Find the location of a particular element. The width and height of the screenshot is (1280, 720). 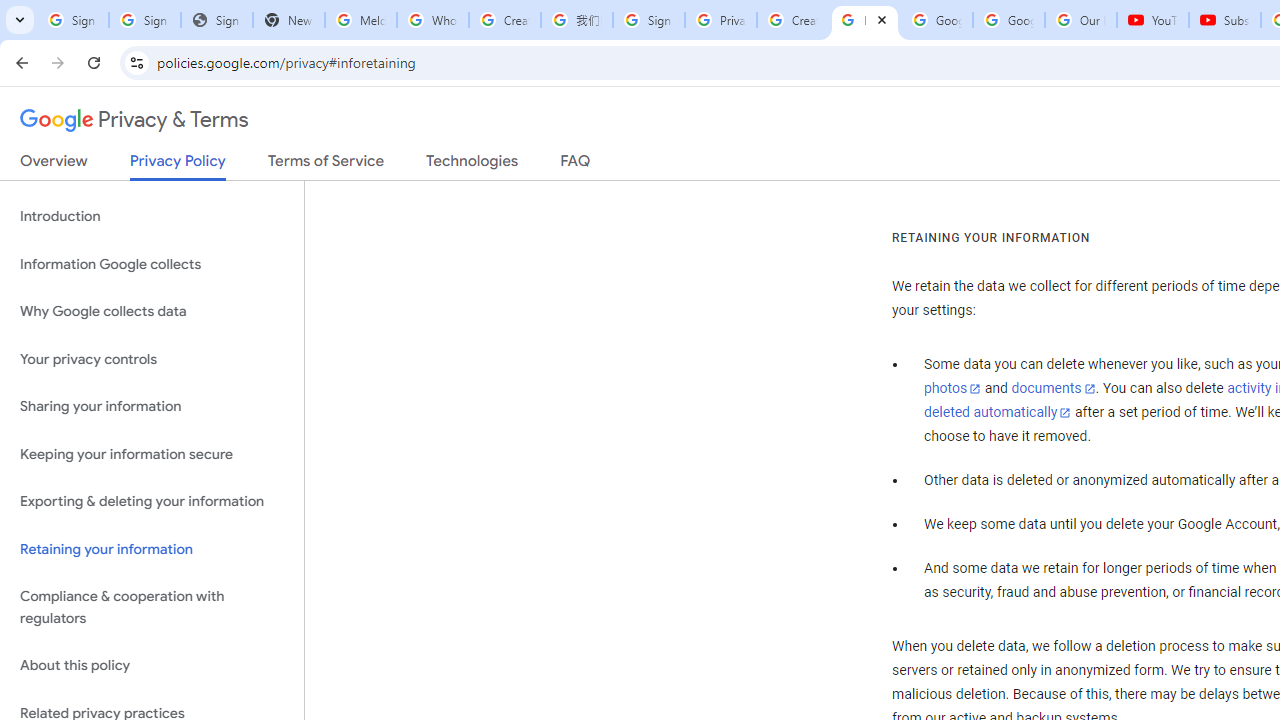

'documents' is located at coordinates (1052, 389).